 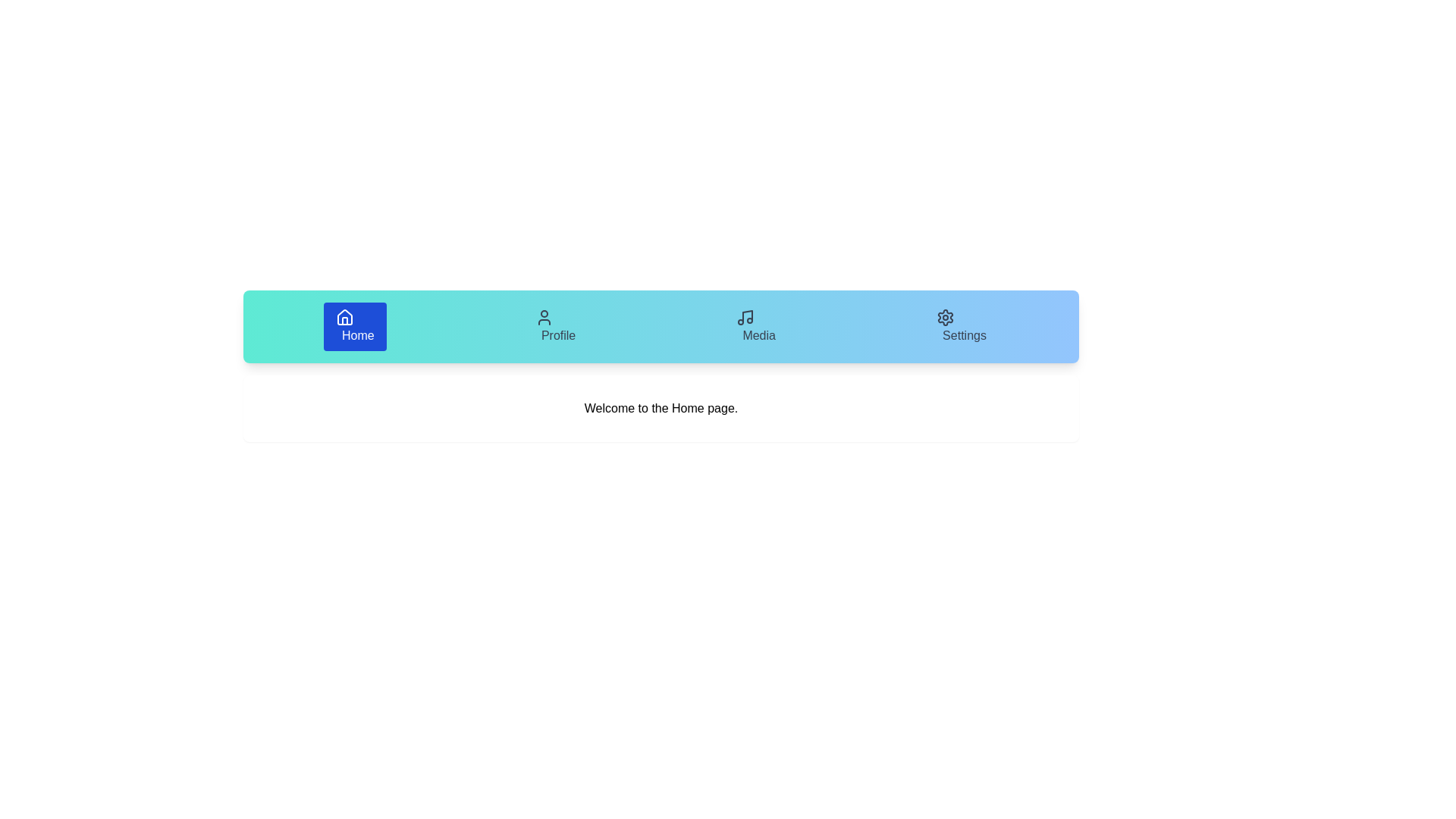 I want to click on the Home tab to display its content, so click(x=353, y=326).